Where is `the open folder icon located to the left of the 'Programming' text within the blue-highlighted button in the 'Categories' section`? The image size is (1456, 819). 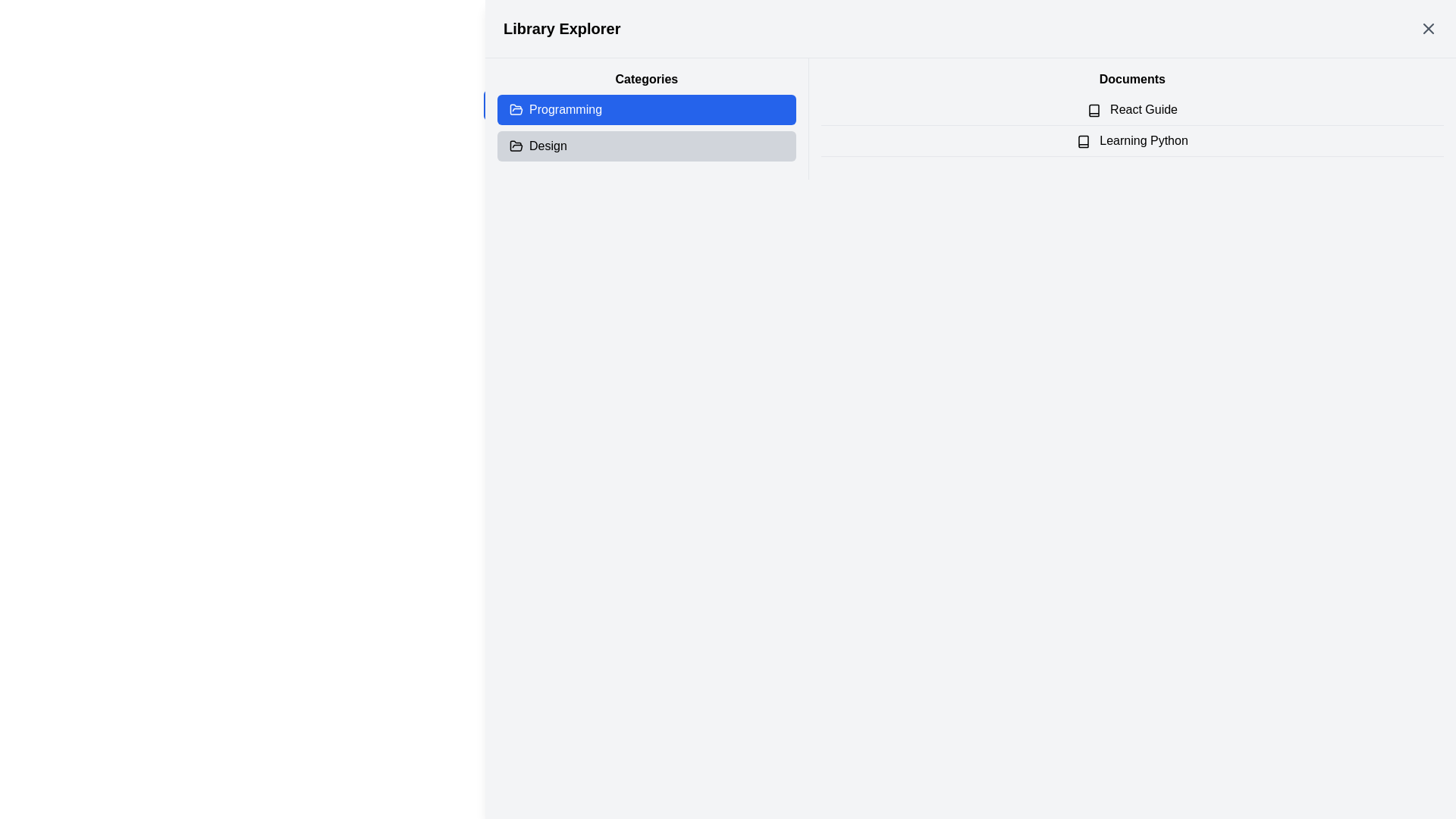
the open folder icon located to the left of the 'Programming' text within the blue-highlighted button in the 'Categories' section is located at coordinates (516, 109).